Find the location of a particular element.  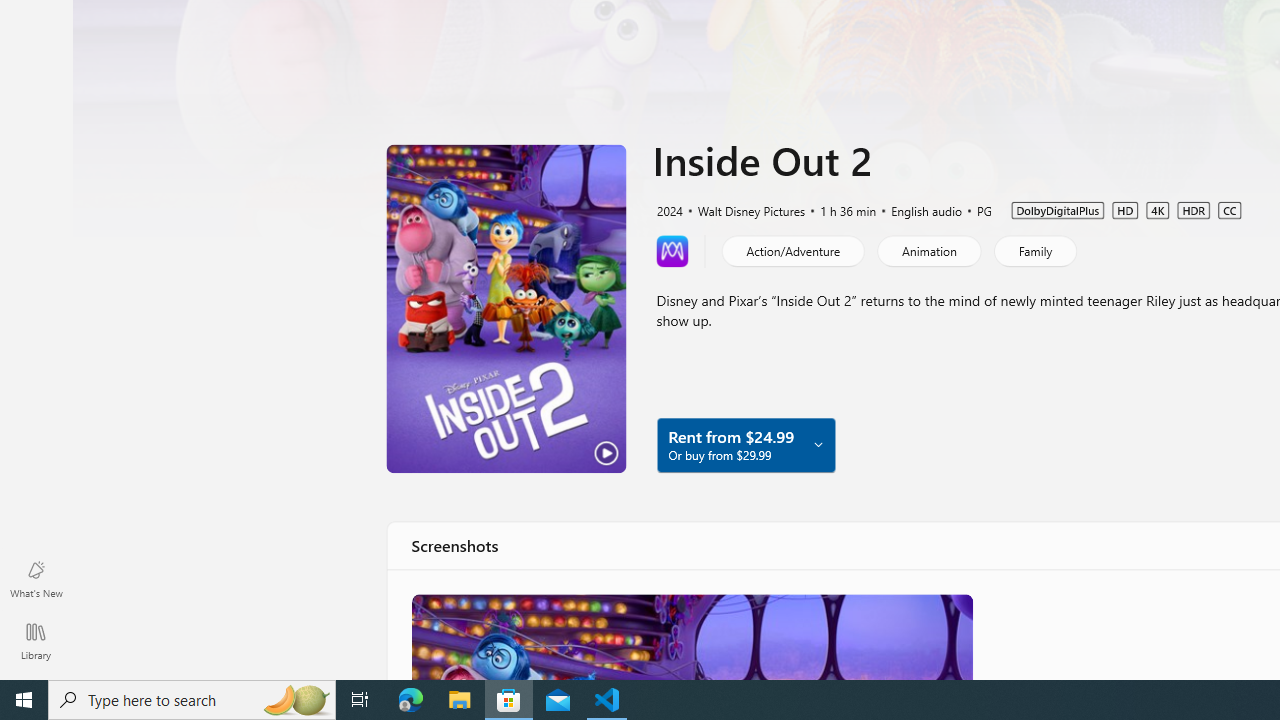

'Walt Disney Pictures' is located at coordinates (742, 209).